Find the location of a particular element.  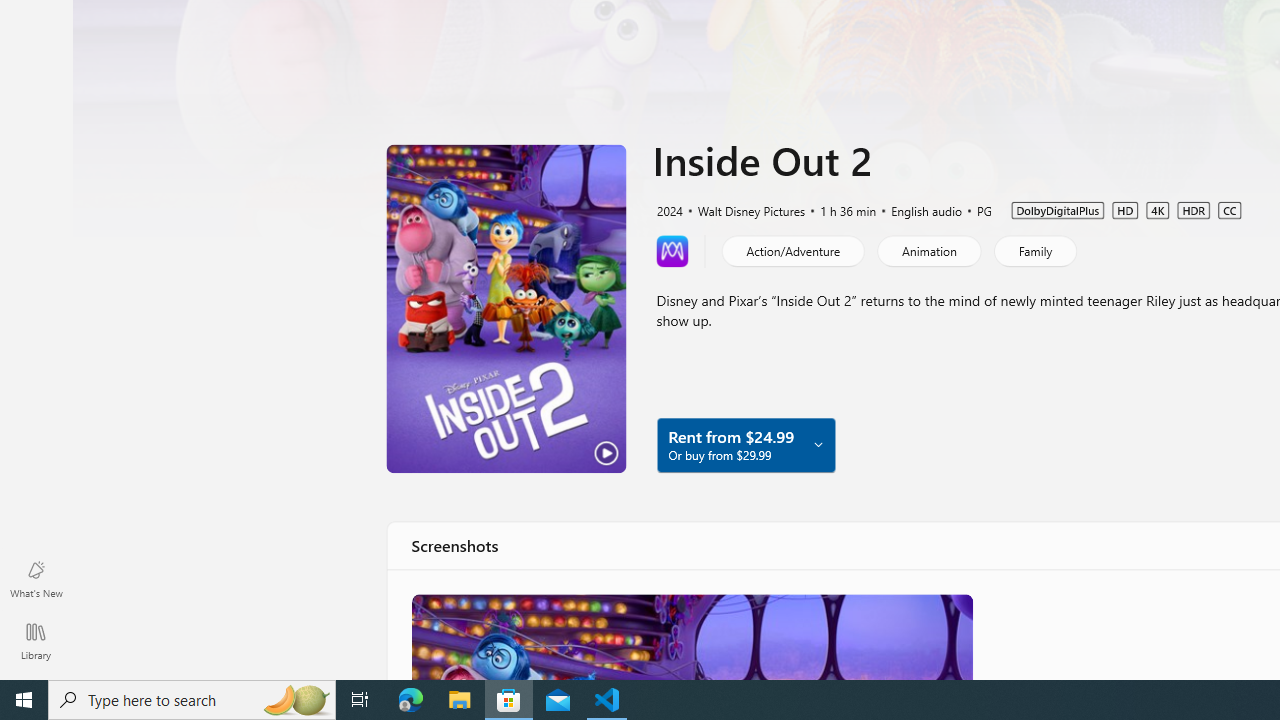

'Walt Disney Pictures' is located at coordinates (742, 209).